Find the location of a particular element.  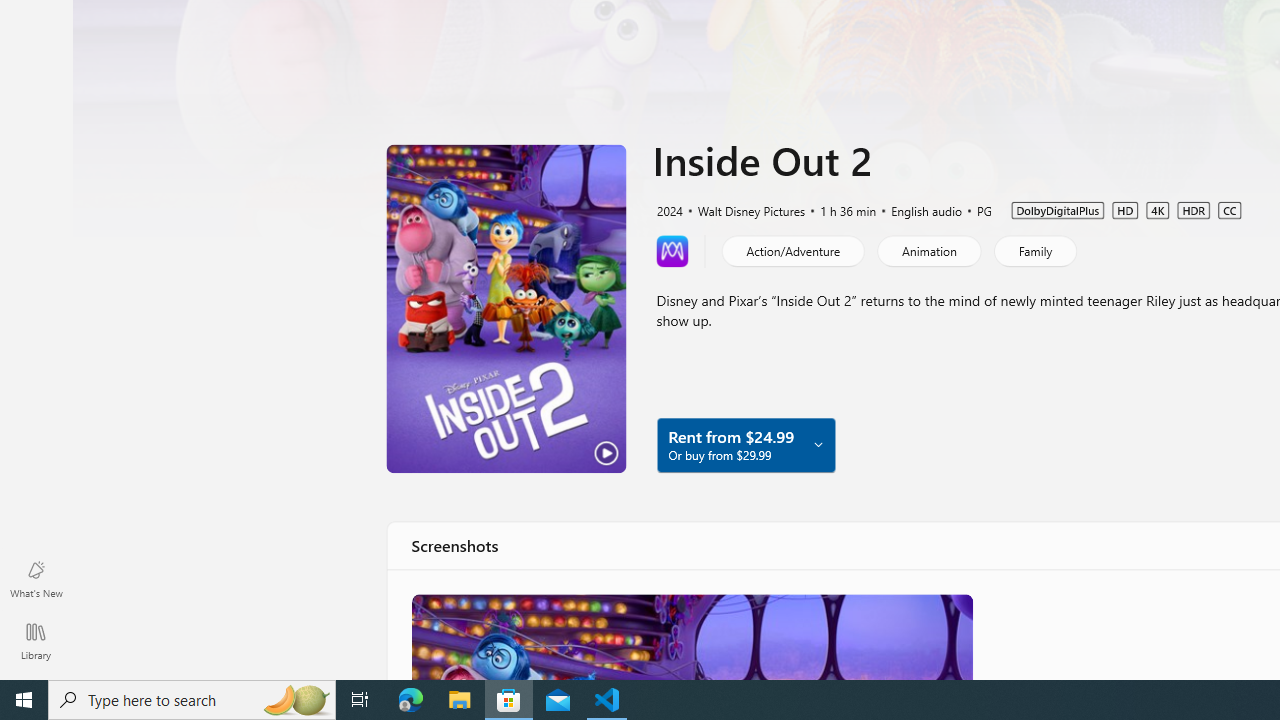

'Walt Disney Pictures' is located at coordinates (742, 209).